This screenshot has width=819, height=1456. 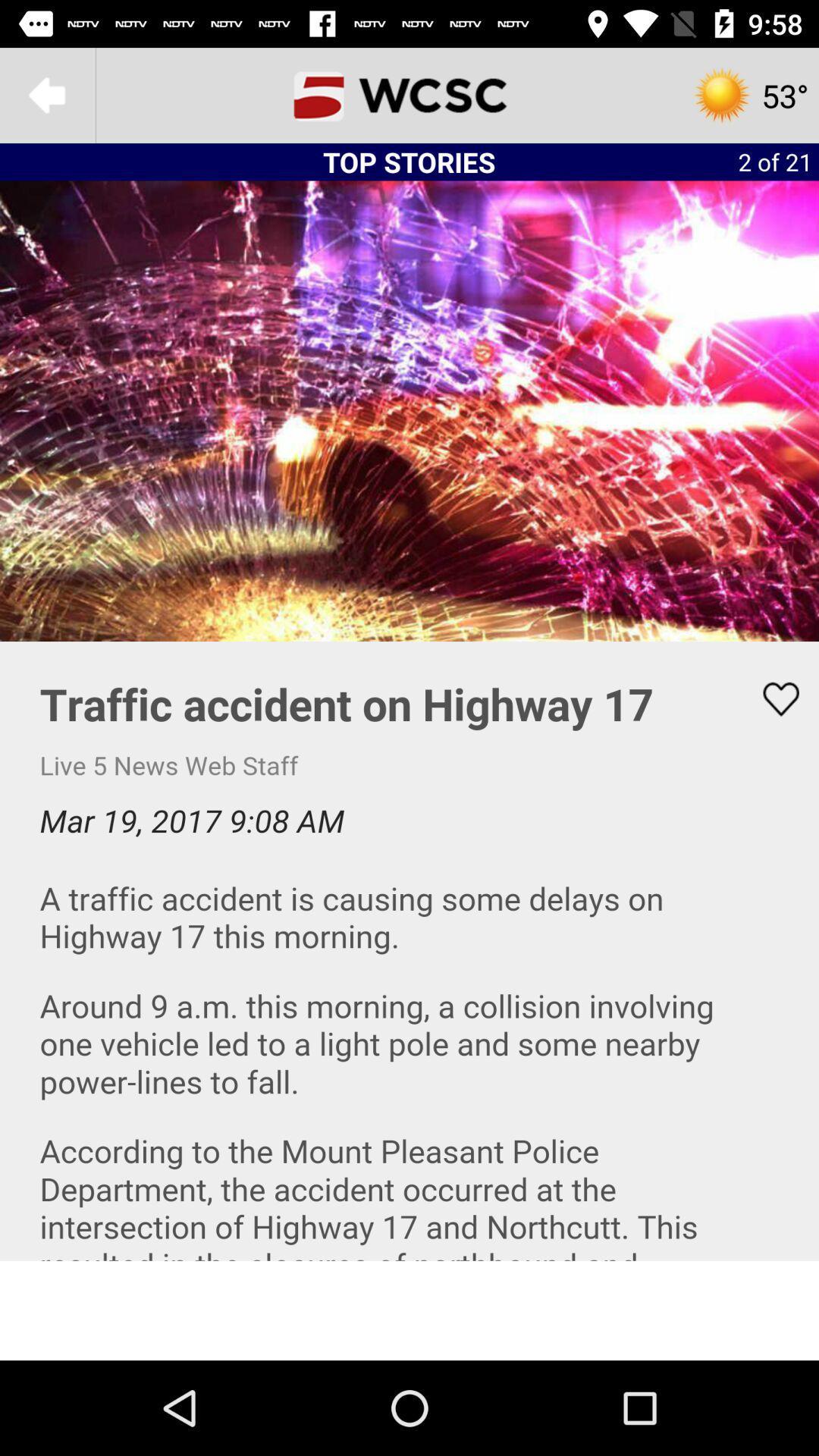 I want to click on new pega, so click(x=409, y=94).